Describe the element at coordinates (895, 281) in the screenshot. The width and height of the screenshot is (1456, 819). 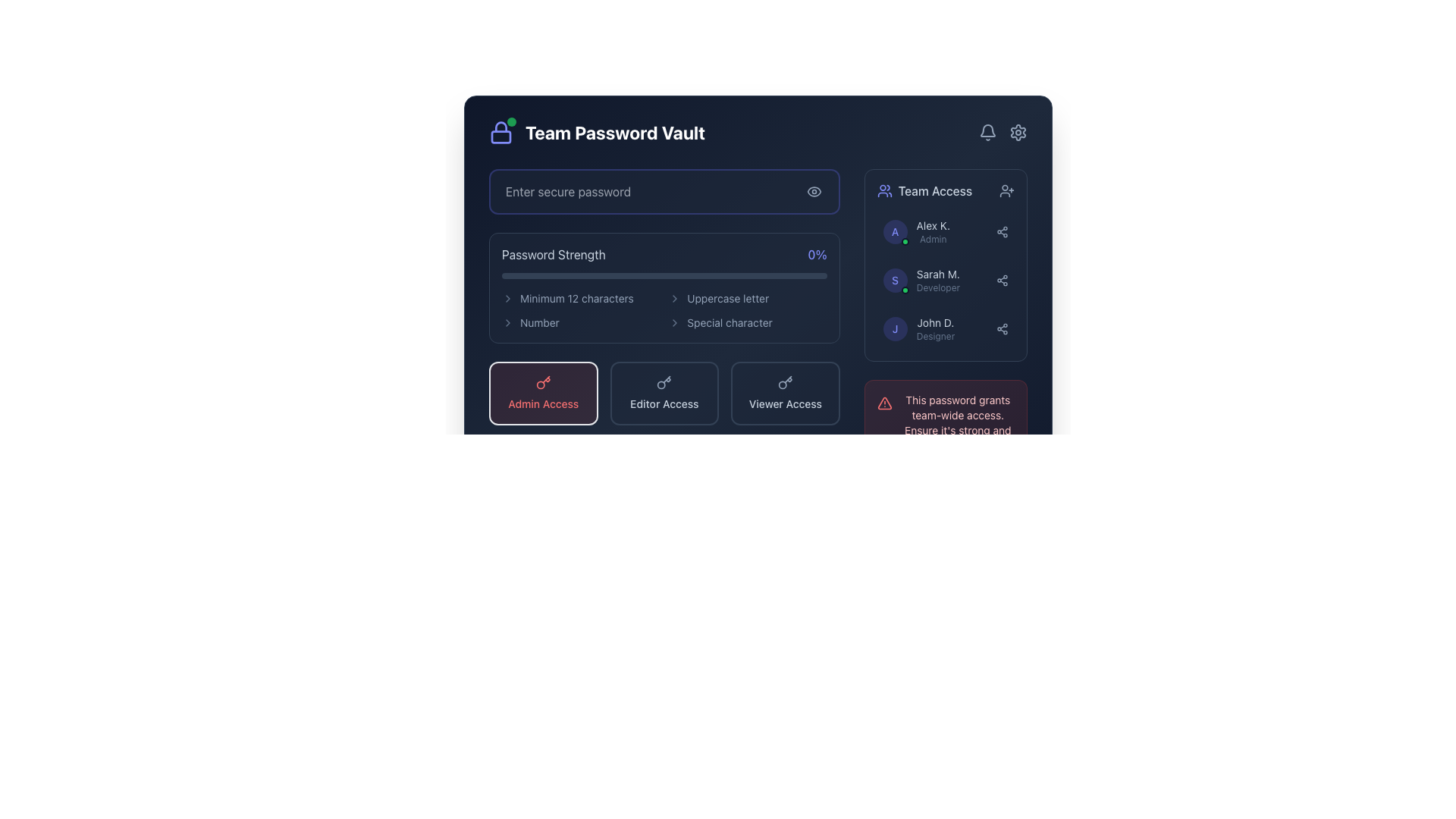
I see `Profile Badge with a purple letter 'S' on a dark background, located in the 'Team Access' section next to 'Sarah M.'` at that location.